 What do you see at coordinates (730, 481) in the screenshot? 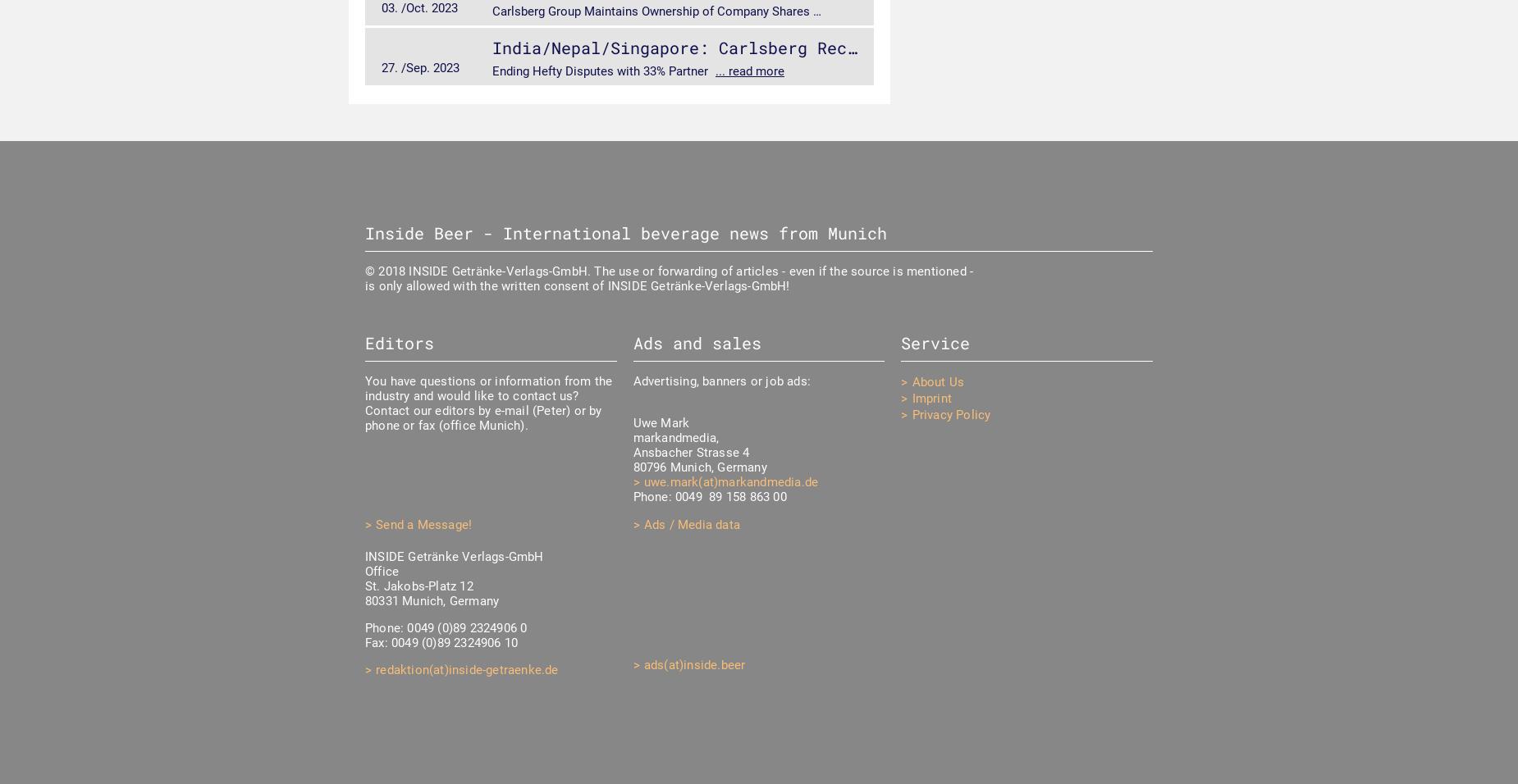
I see `'uwe.mark(at)markandmedia.de'` at bounding box center [730, 481].